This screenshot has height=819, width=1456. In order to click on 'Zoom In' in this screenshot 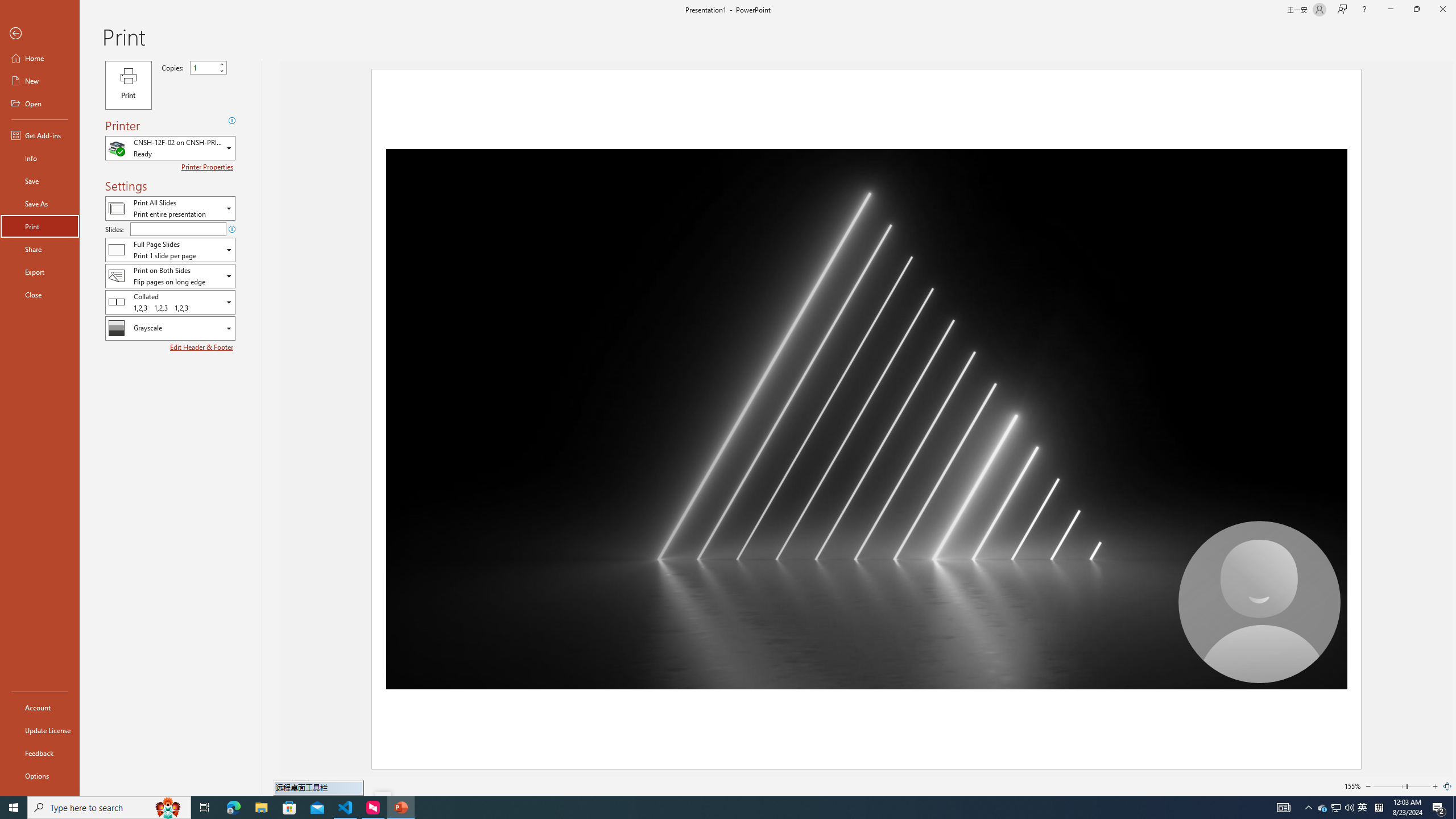, I will do `click(1434, 786)`.